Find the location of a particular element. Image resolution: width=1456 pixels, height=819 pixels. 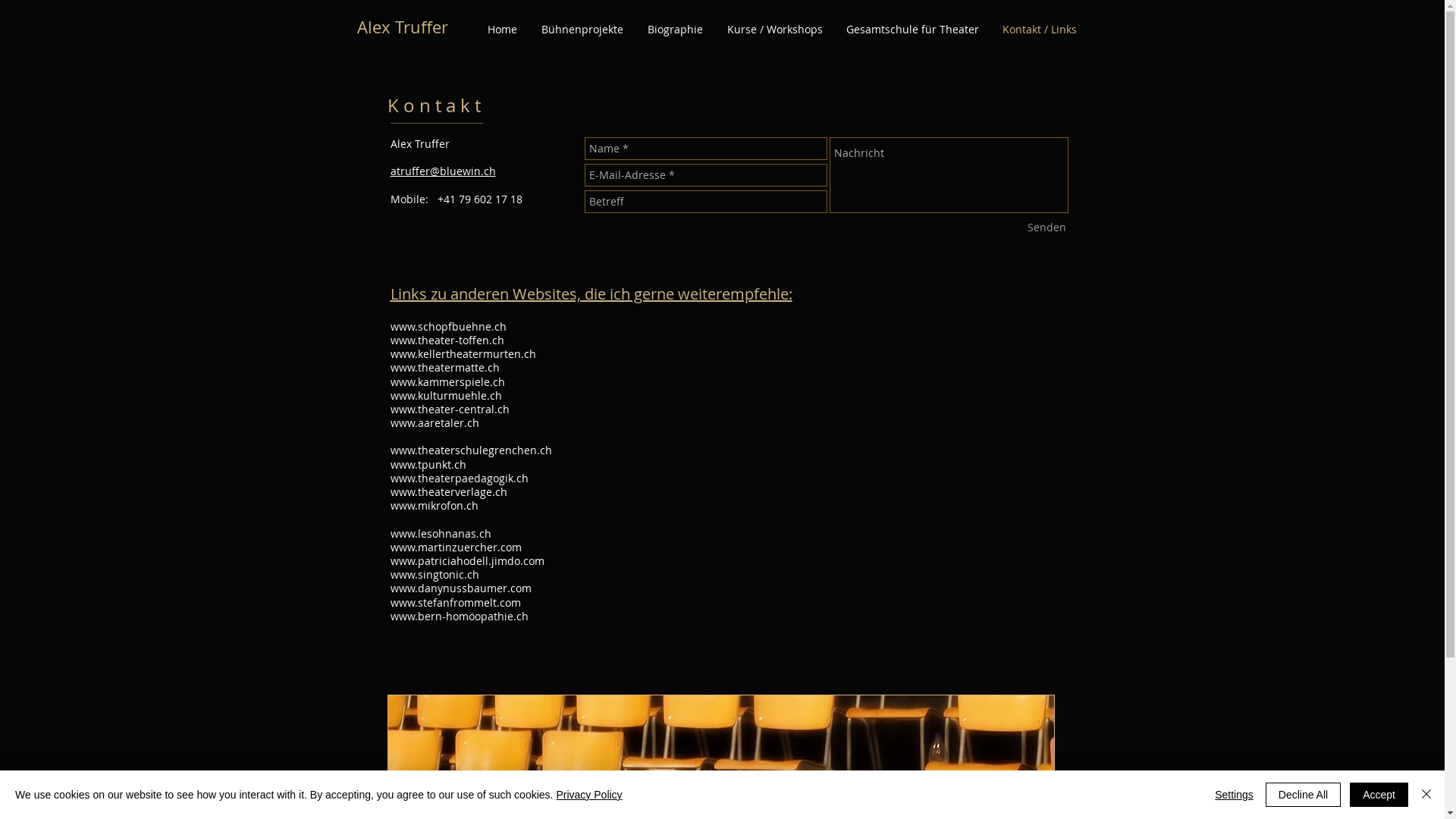

'www.mikrofon.ch' is located at coordinates (432, 505).